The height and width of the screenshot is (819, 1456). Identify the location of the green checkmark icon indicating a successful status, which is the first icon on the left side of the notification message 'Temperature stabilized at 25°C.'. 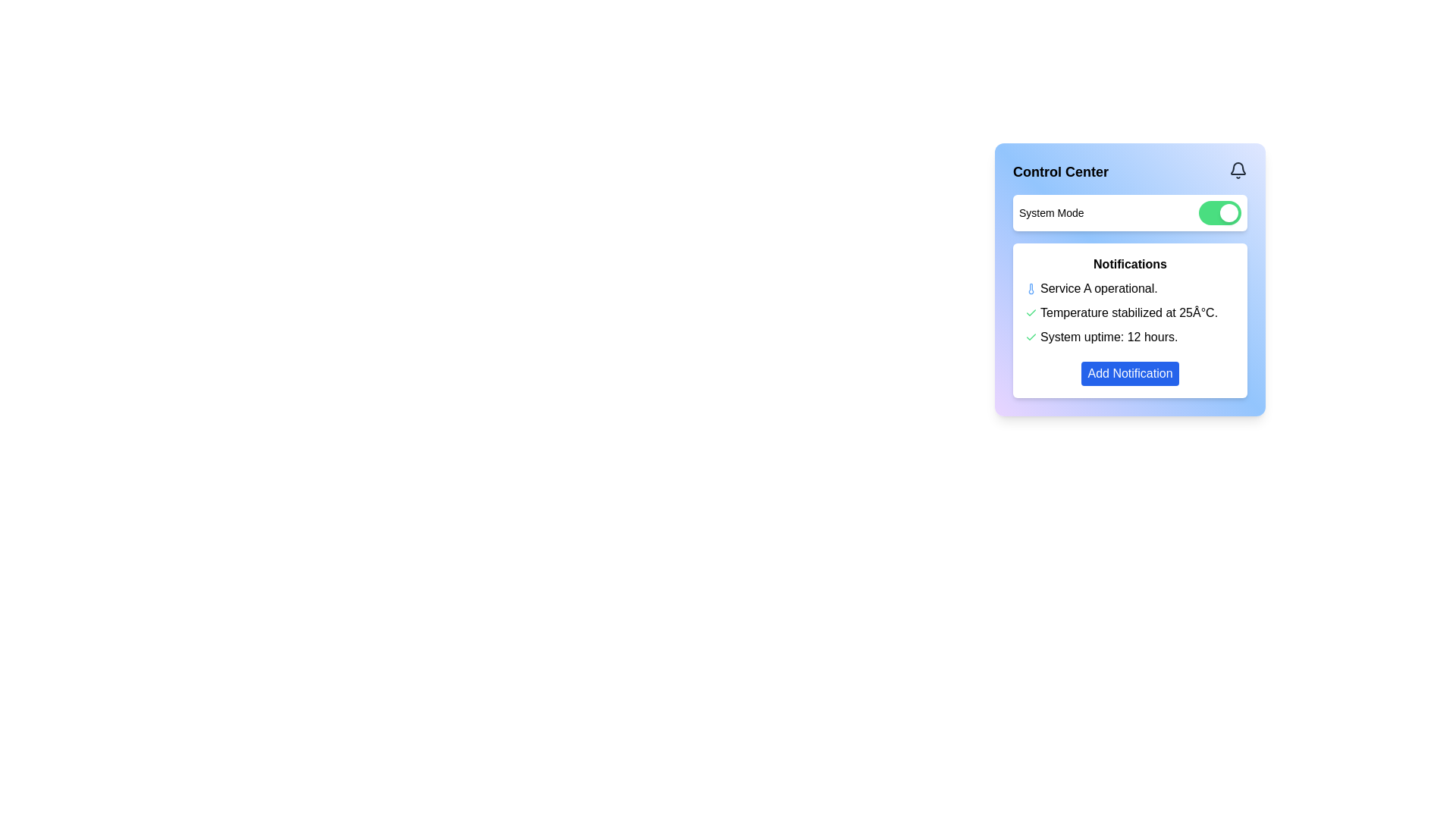
(1031, 312).